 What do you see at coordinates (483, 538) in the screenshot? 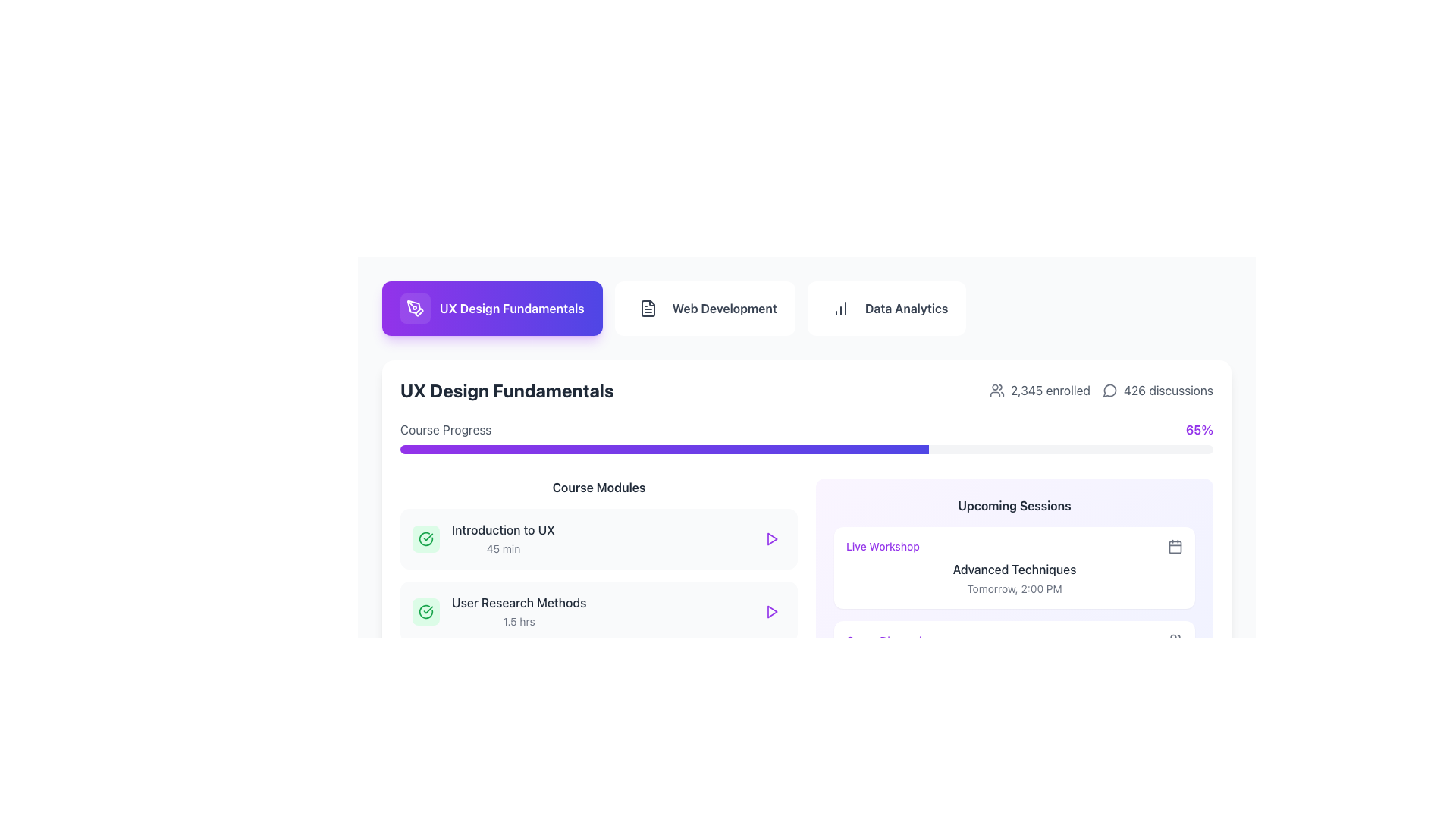
I see `the topmost module in the 'Course Modules' list, which displays the title 'Introduction to UX', the duration '45 min', and a green checkmark icon` at bounding box center [483, 538].